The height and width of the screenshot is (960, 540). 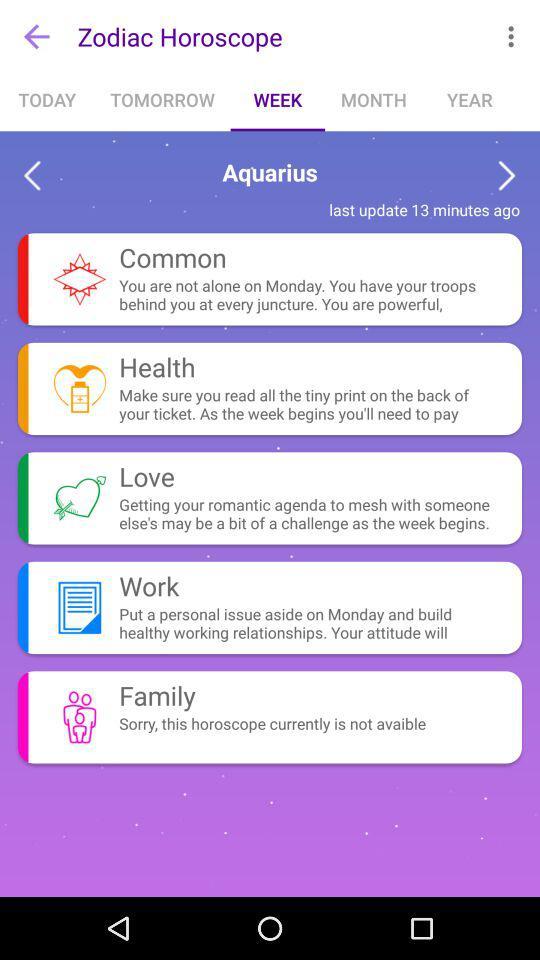 I want to click on the item to the left of zodiac horoscope item, so click(x=36, y=35).